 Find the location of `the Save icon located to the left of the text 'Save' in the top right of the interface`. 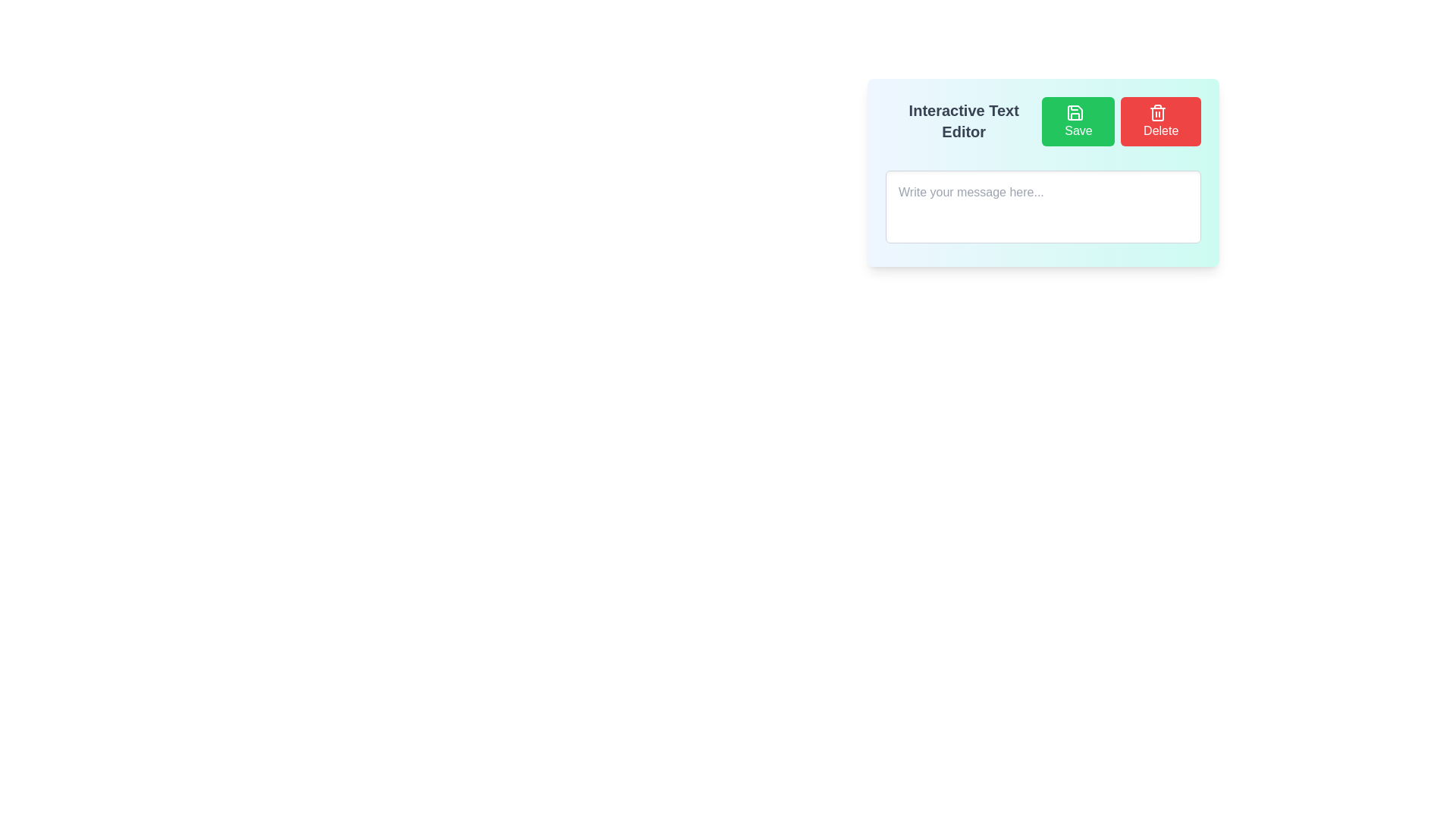

the Save icon located to the left of the text 'Save' in the top right of the interface is located at coordinates (1075, 111).